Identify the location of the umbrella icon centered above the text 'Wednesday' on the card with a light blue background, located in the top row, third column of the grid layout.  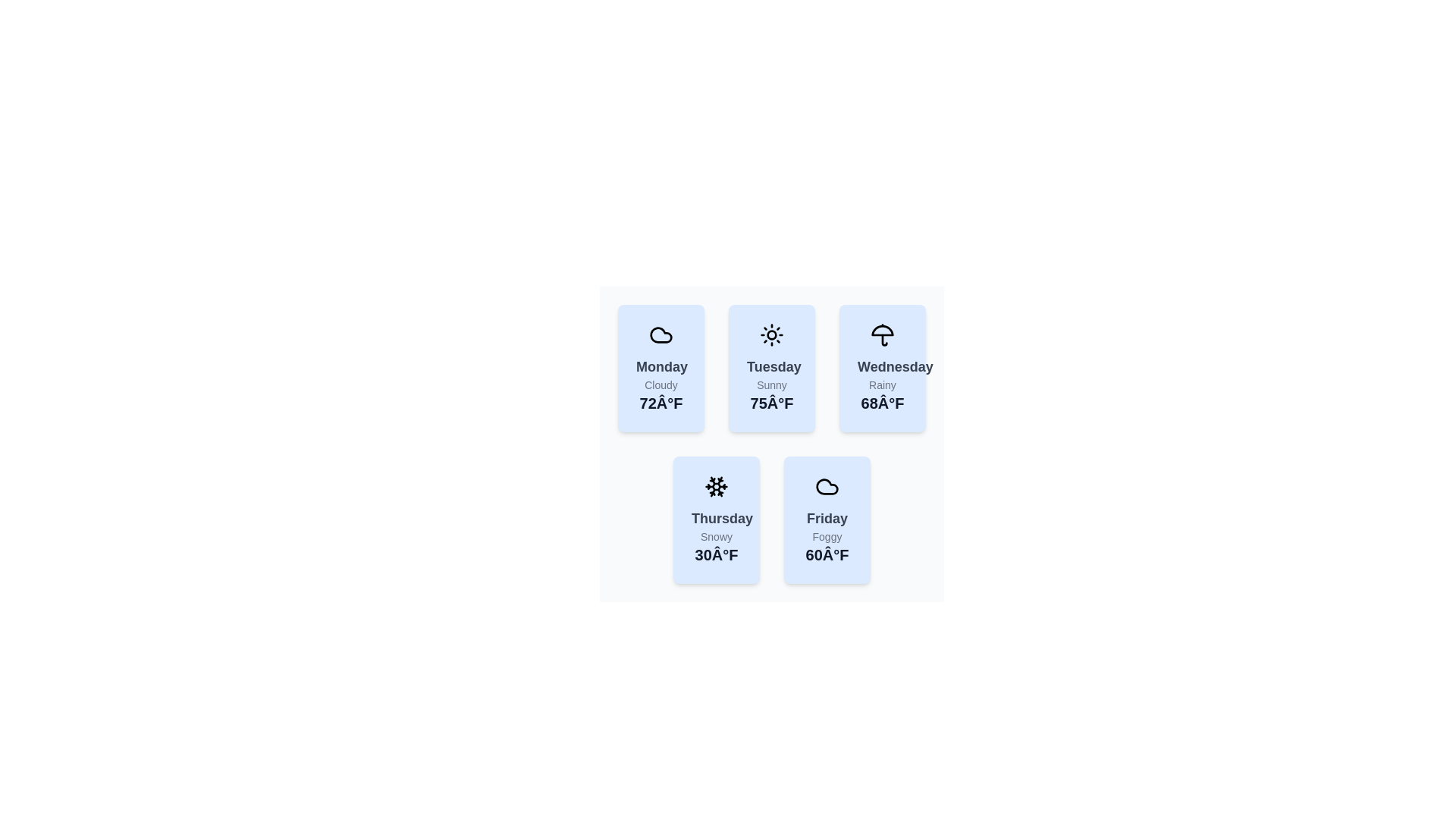
(882, 334).